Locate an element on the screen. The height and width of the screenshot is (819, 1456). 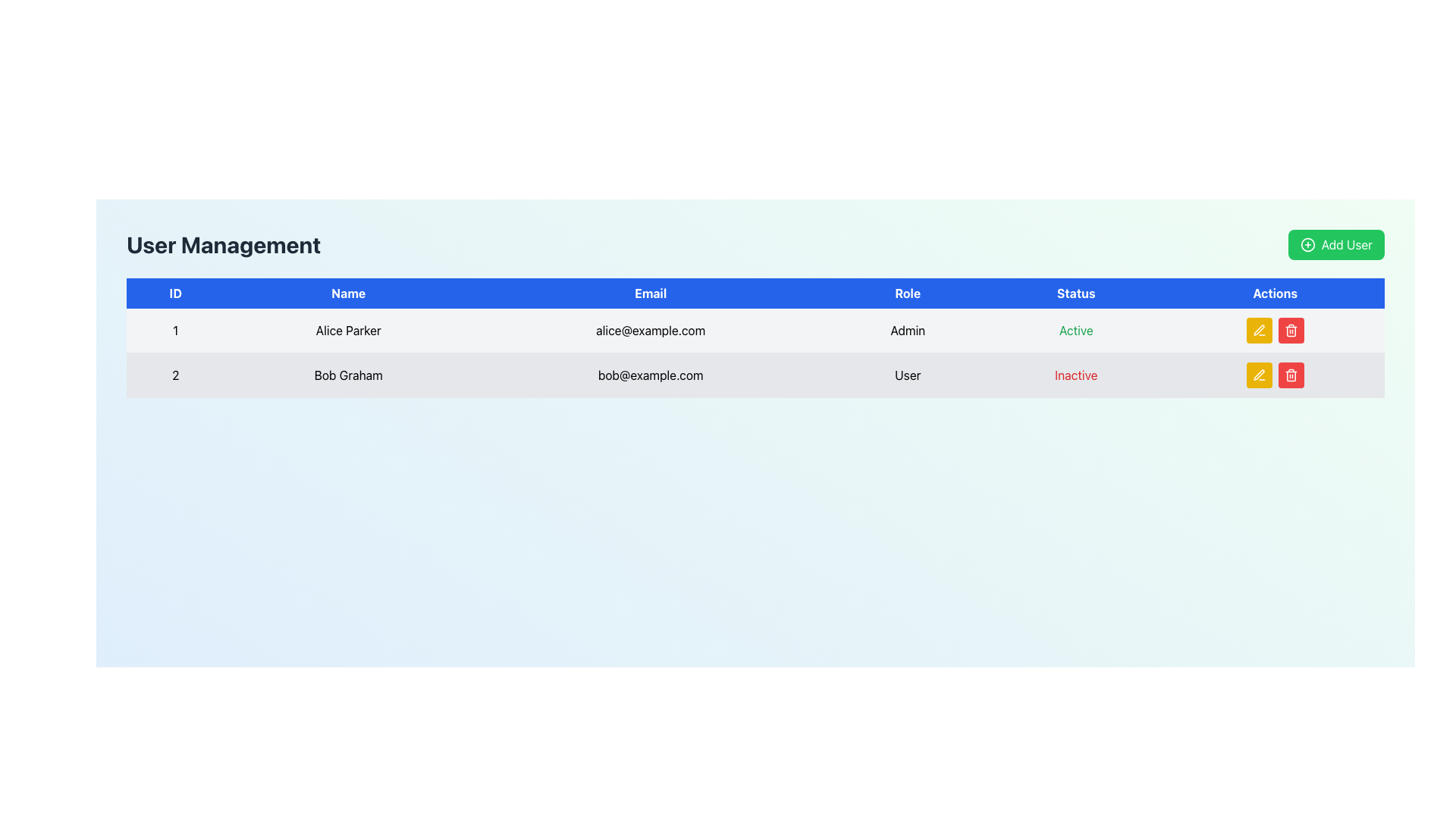
the text field displaying the email address 'alice@example.com' in the third column of the first row of the data table is located at coordinates (651, 330).